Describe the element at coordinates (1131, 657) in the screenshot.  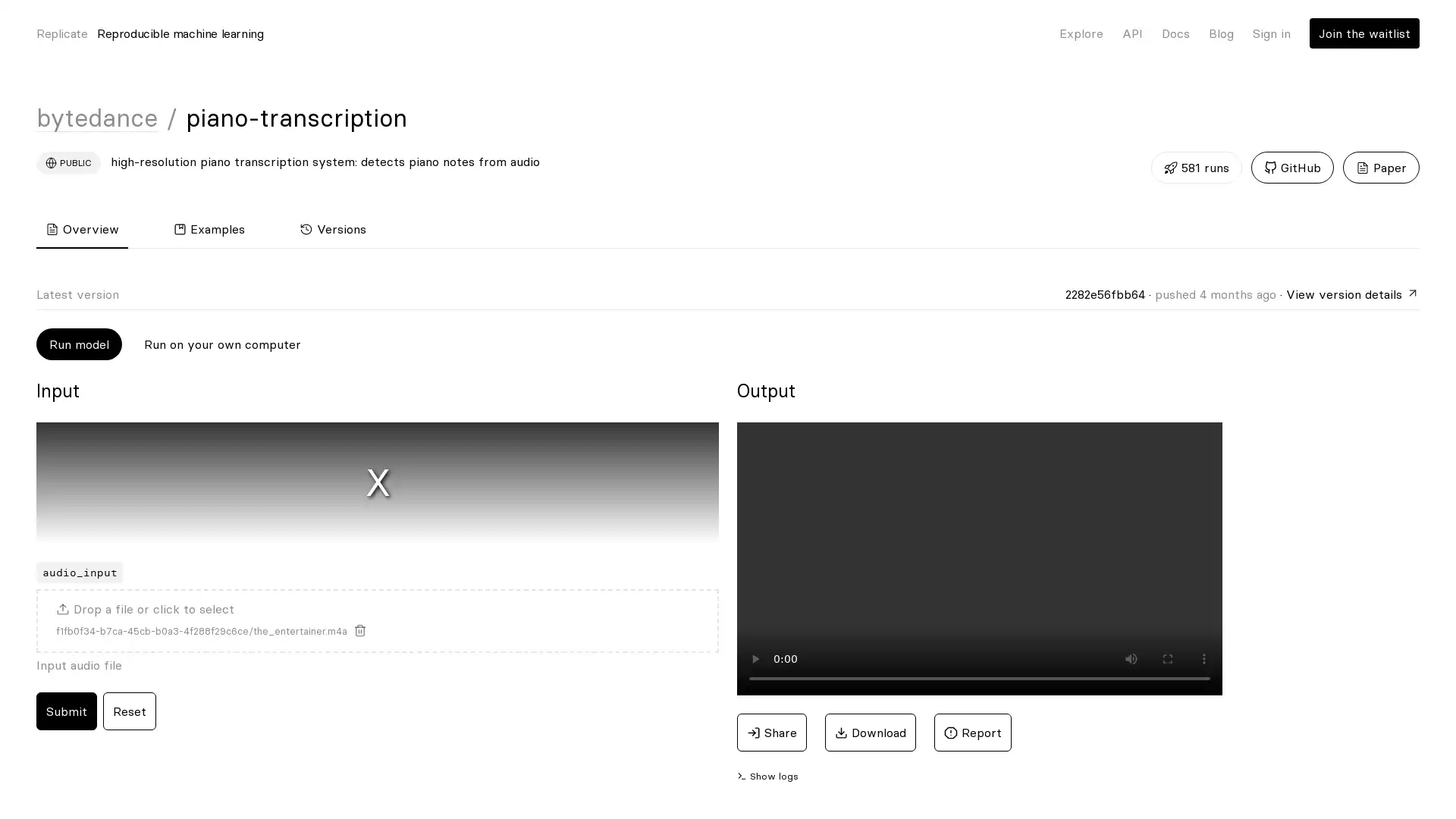
I see `mute` at that location.